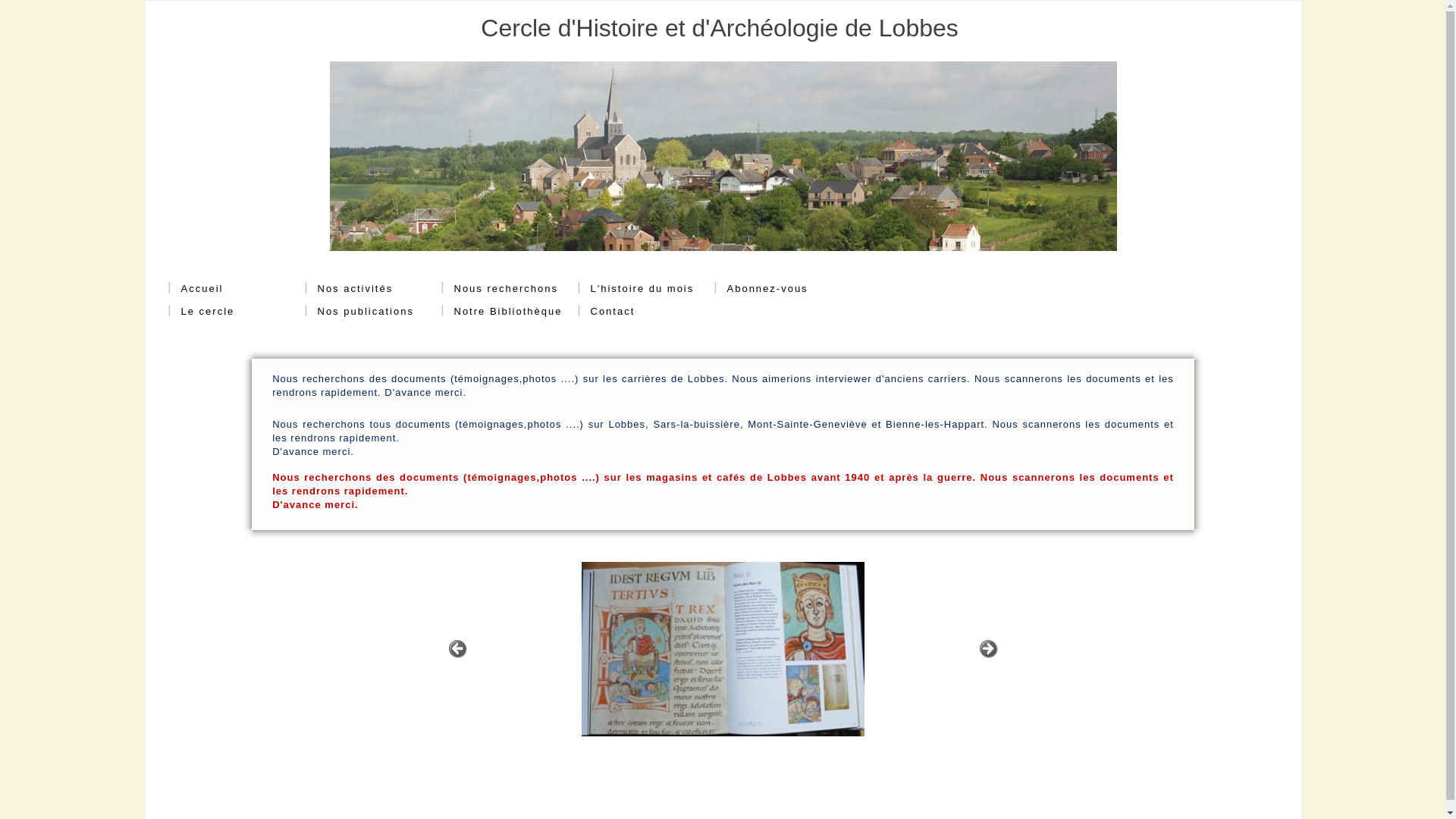 The height and width of the screenshot is (819, 1456). What do you see at coordinates (761, 289) in the screenshot?
I see `'Abonnez-vous'` at bounding box center [761, 289].